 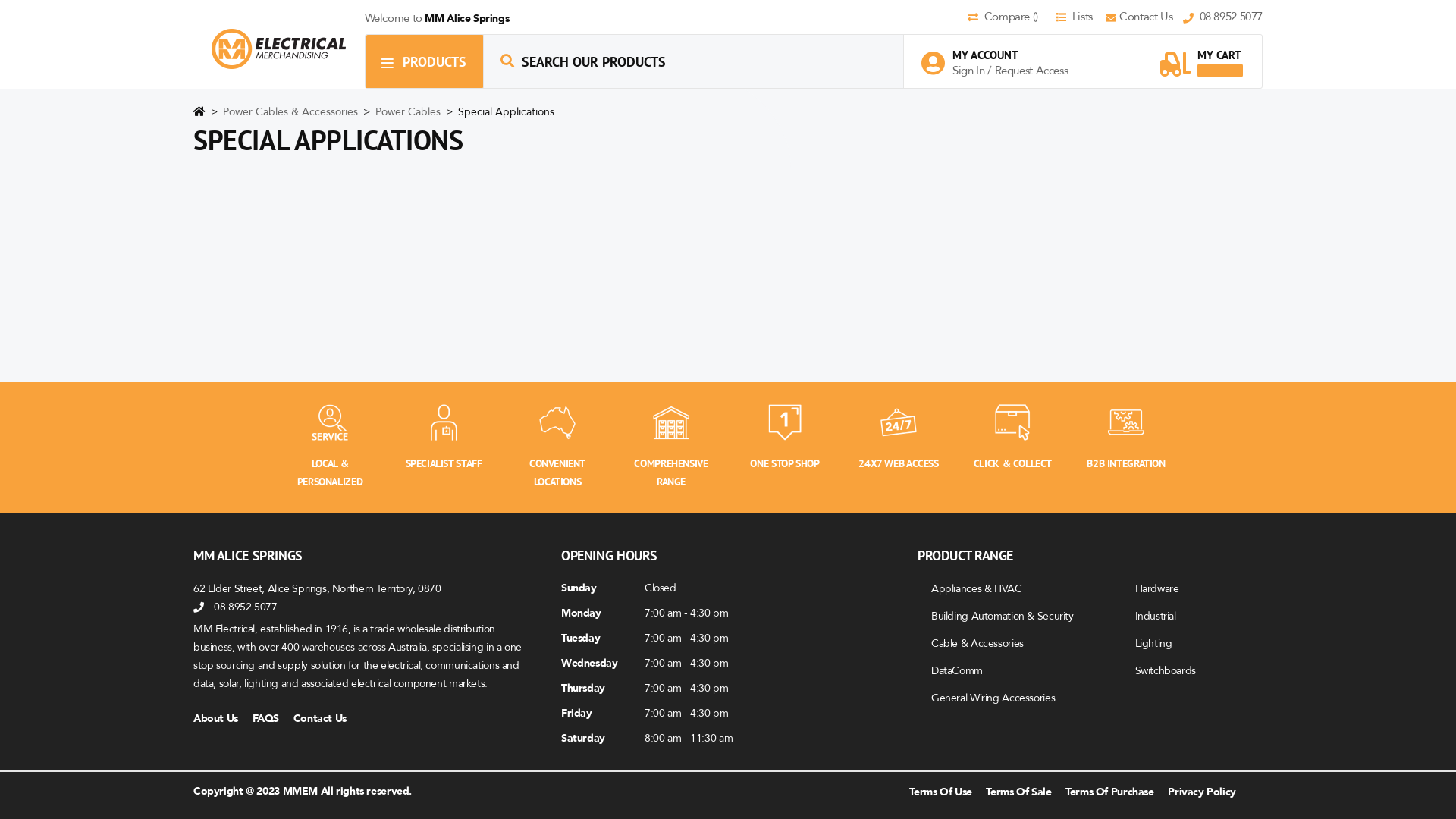 What do you see at coordinates (1164, 669) in the screenshot?
I see `'Switchboards'` at bounding box center [1164, 669].